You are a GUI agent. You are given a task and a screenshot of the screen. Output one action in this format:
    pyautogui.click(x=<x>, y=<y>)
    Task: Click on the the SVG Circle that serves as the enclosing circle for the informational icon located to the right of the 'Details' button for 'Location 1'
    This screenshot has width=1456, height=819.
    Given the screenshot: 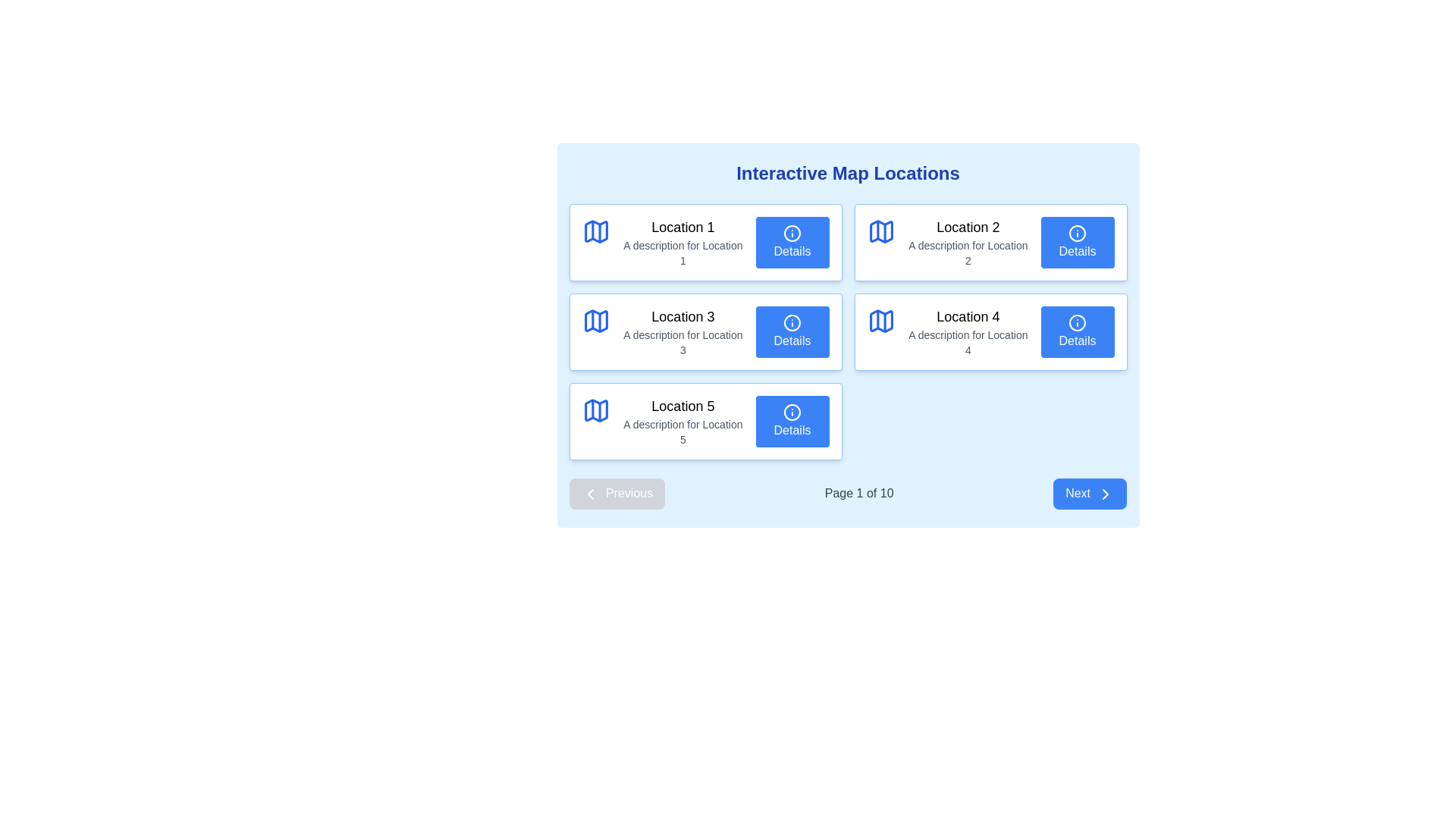 What is the action you would take?
    pyautogui.click(x=792, y=234)
    